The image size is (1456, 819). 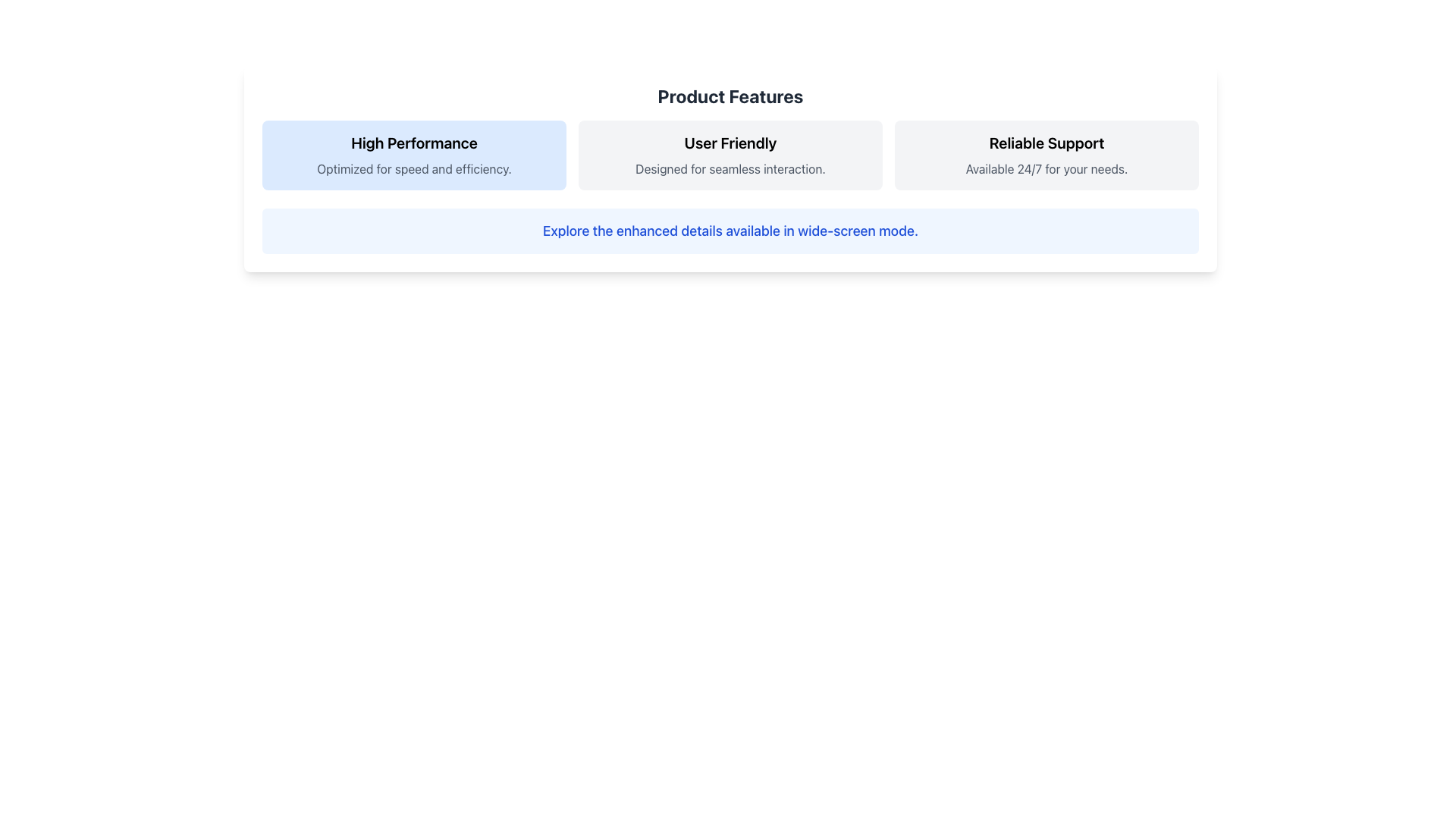 I want to click on the informational Text Label that provides details about 'Reliable Support' located in the third column of the layout, so click(x=1046, y=169).